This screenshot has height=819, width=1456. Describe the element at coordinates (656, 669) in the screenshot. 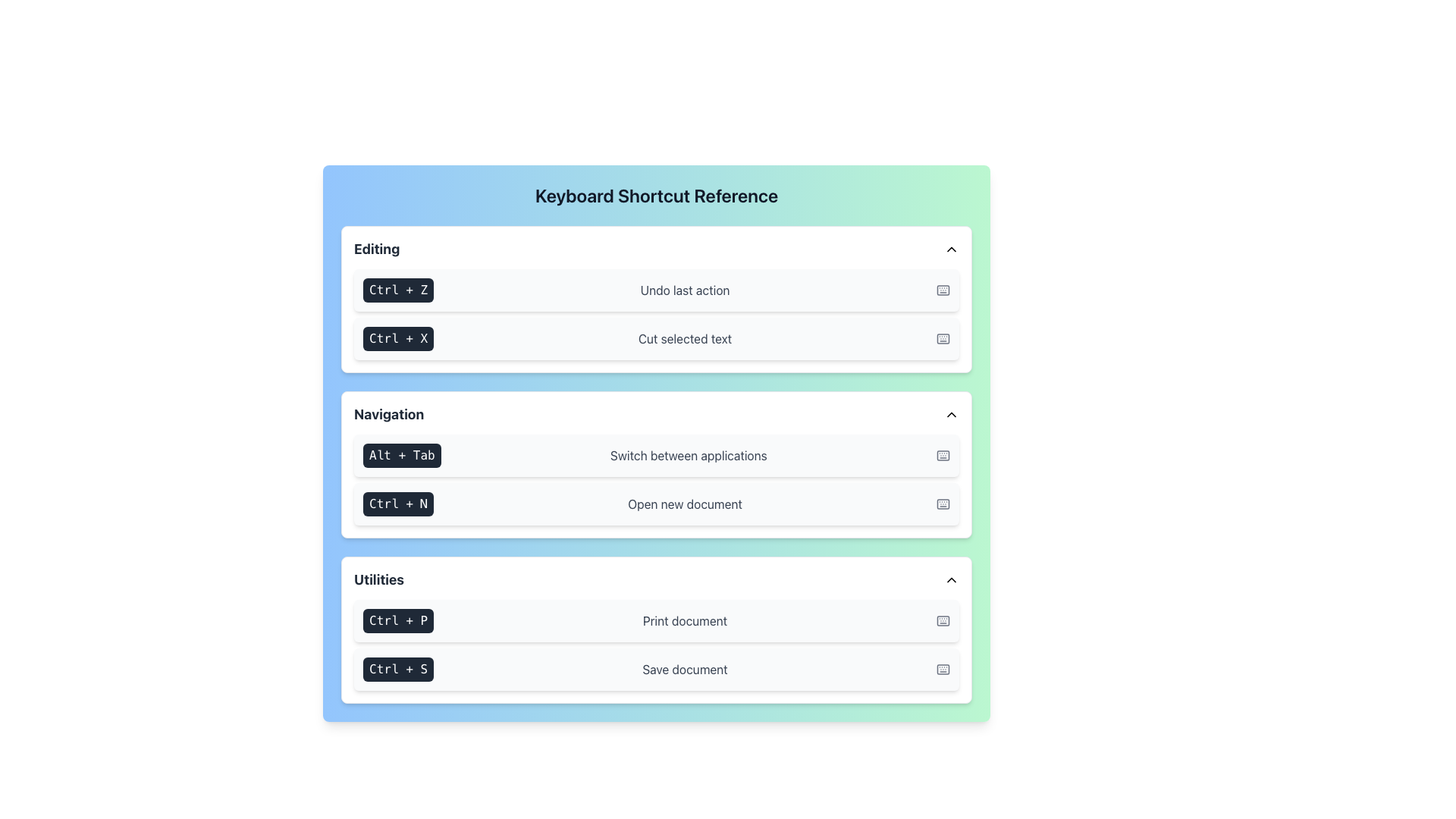

I see `the Keyboard Shortcut Information Block which displays 'Ctrl + S' on a dark background, with a gray label 'Save document' in the center and a keyboard icon on the right` at that location.